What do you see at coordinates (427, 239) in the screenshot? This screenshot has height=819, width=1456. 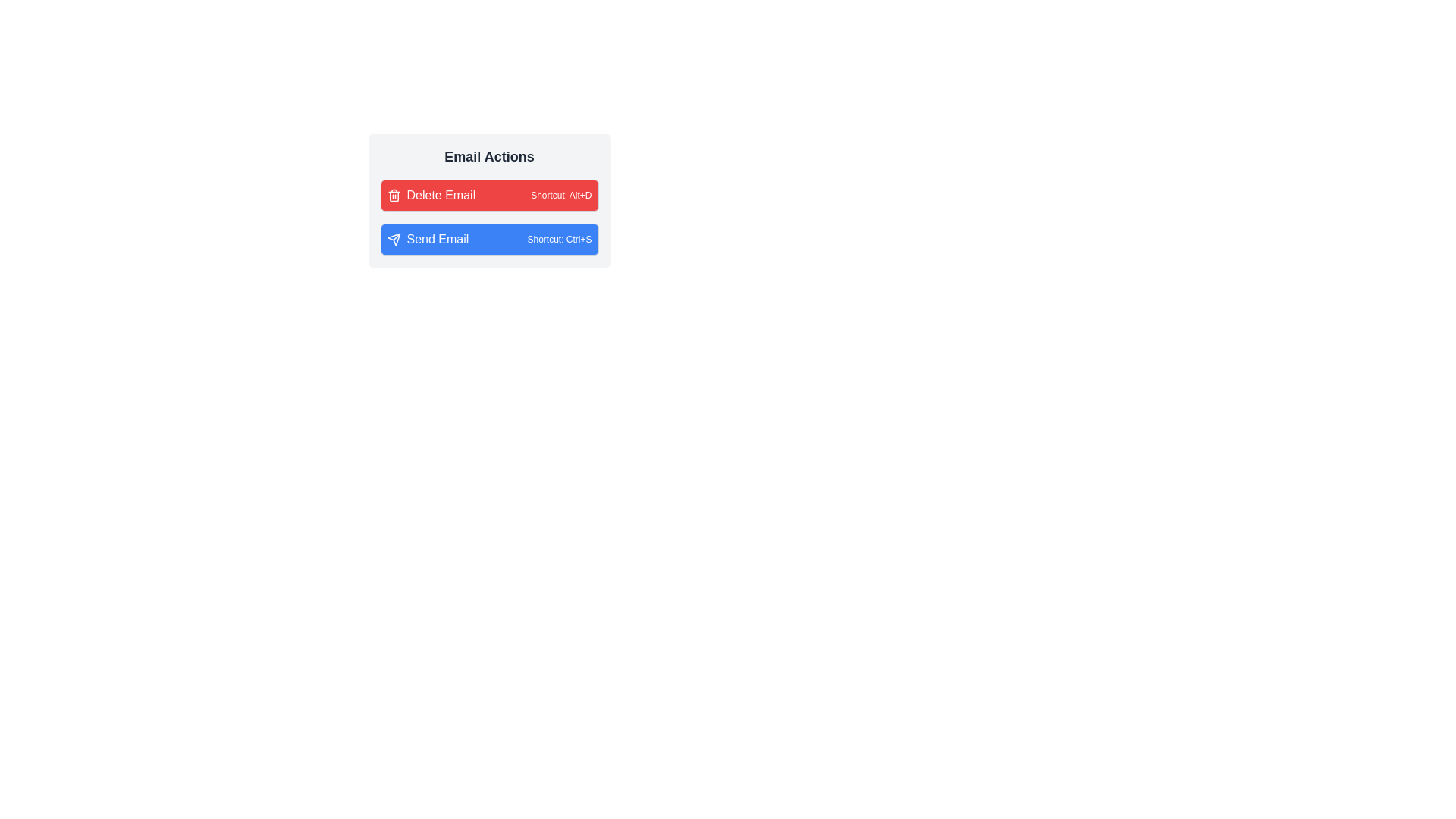 I see `the 'Send Email' button, which features white text and a paper plane icon on a blue background, located below the 'Delete Email' button in the 'Email Actions' section` at bounding box center [427, 239].